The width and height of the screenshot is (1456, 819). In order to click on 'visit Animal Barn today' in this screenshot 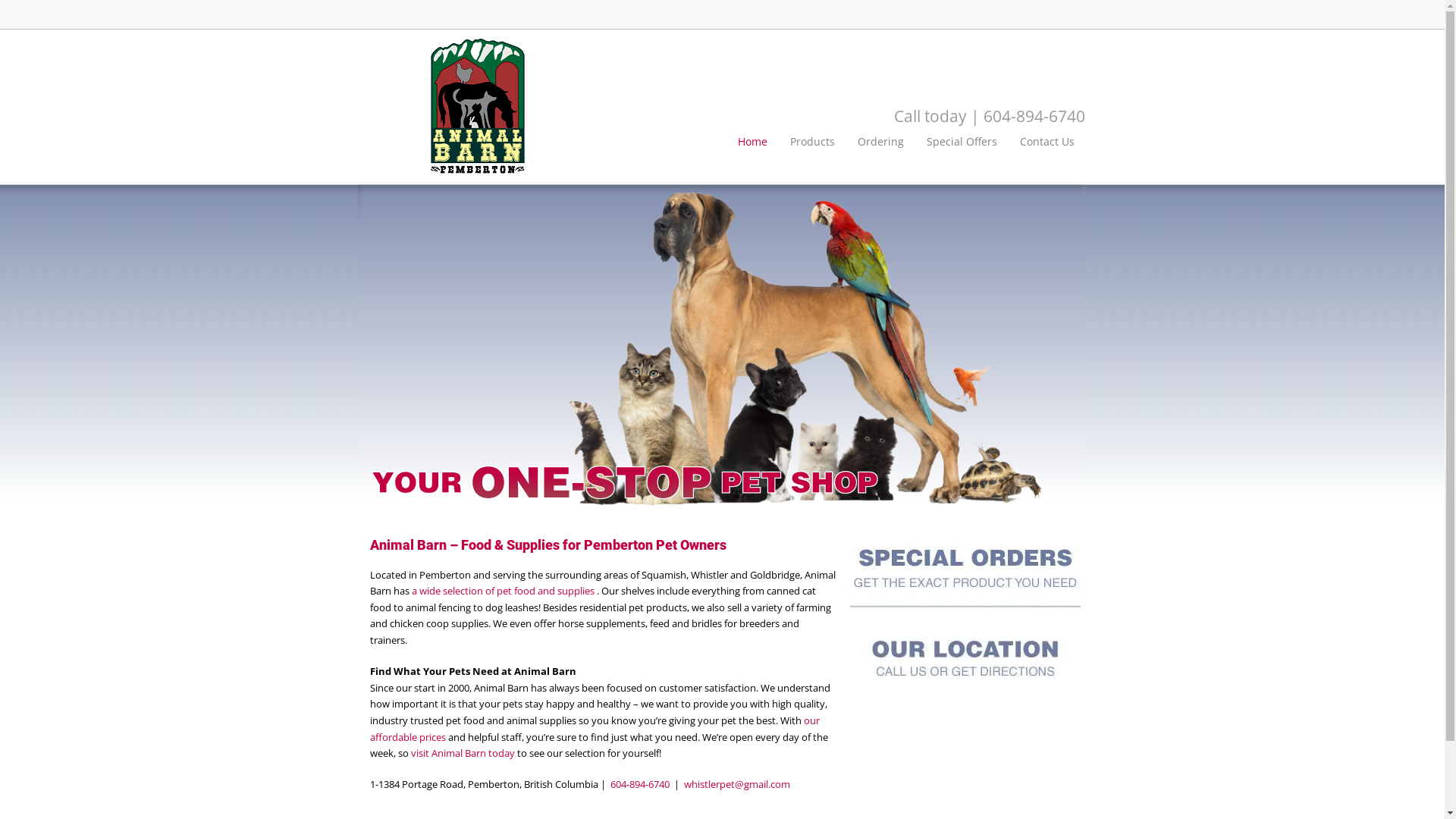, I will do `click(463, 752)`.